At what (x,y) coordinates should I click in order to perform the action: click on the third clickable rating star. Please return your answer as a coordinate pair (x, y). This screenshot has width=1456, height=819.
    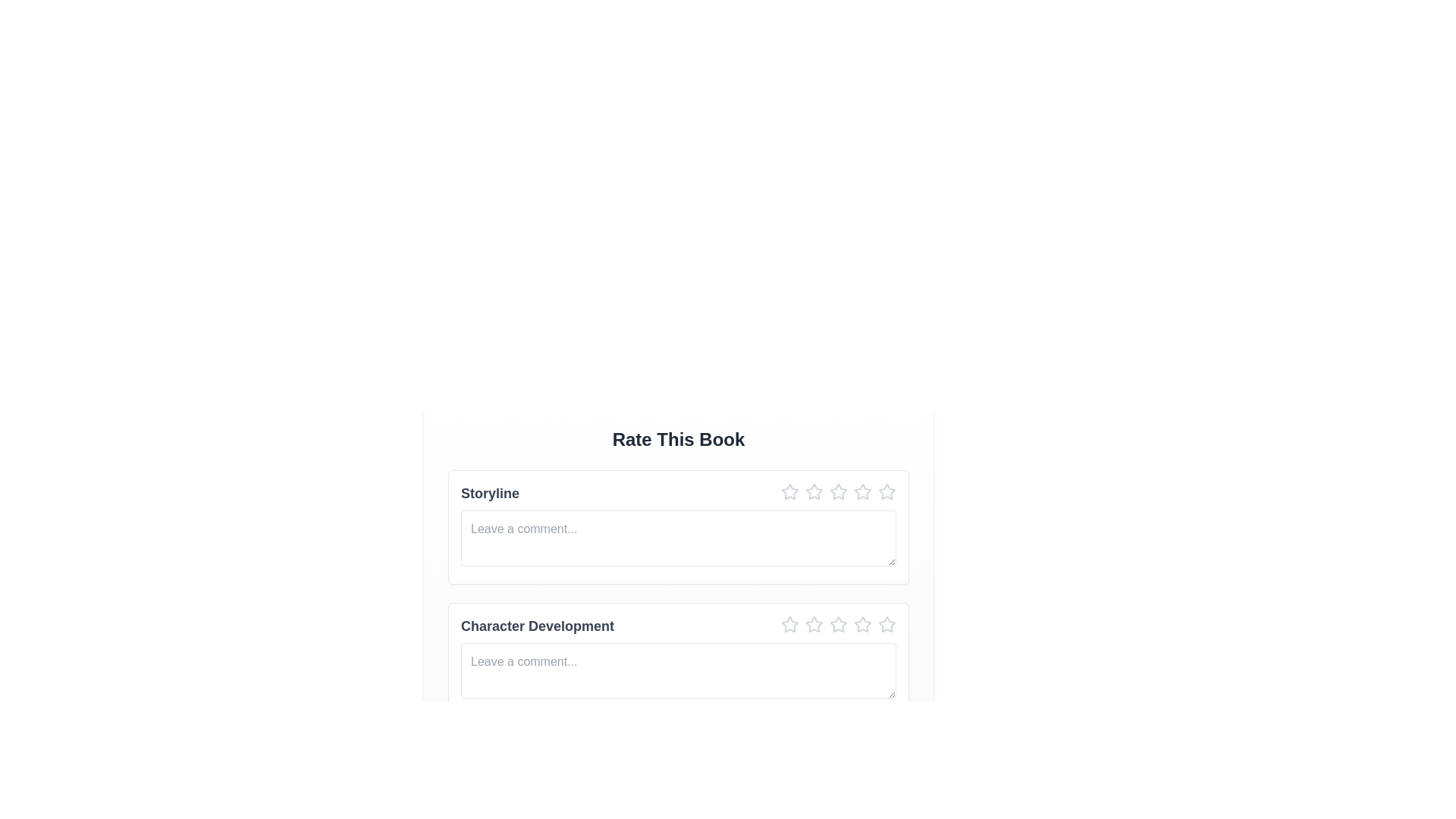
    Looking at the image, I should click on (814, 491).